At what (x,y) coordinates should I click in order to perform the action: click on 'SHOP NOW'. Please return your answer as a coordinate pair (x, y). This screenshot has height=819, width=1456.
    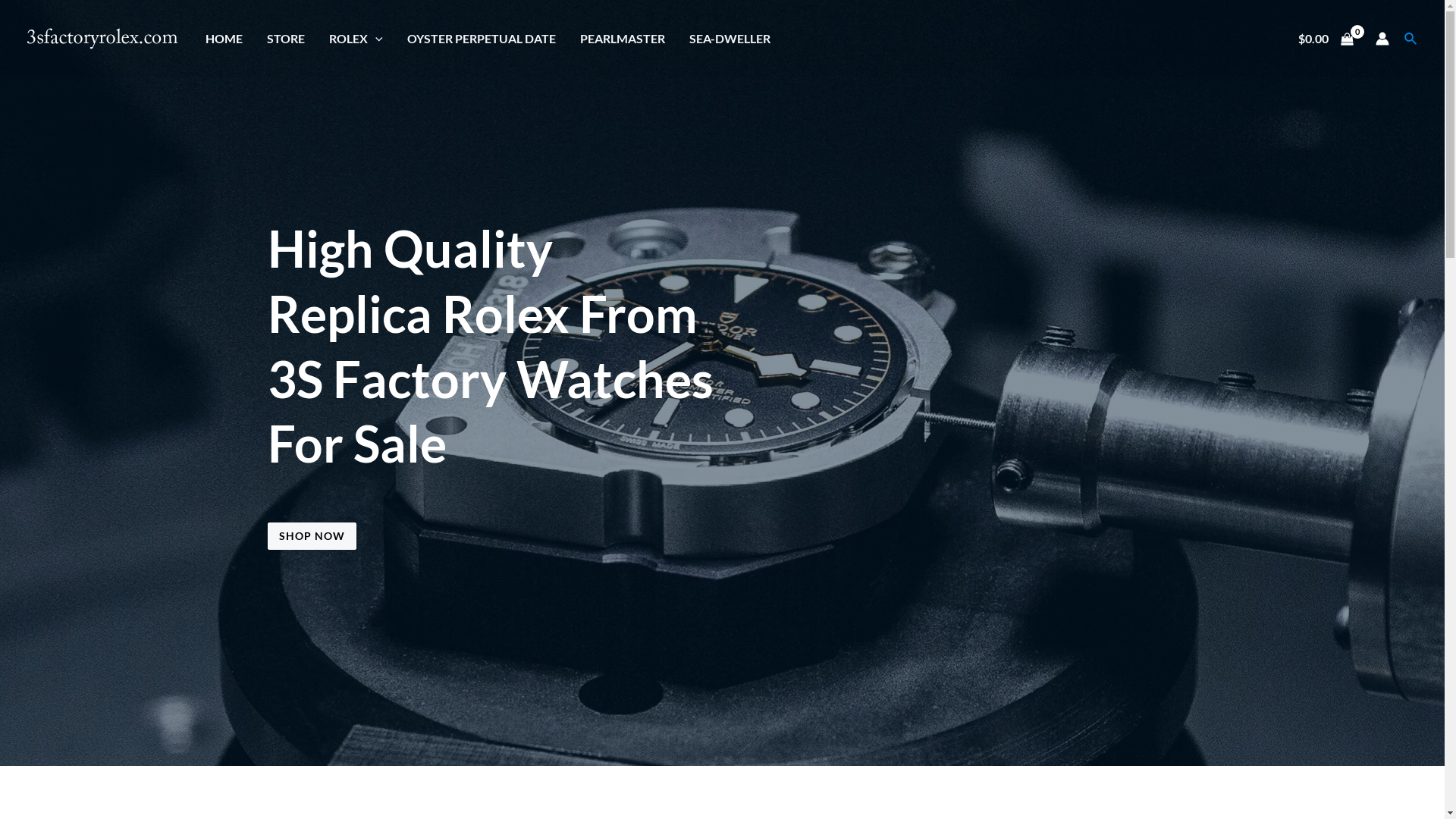
    Looking at the image, I should click on (266, 535).